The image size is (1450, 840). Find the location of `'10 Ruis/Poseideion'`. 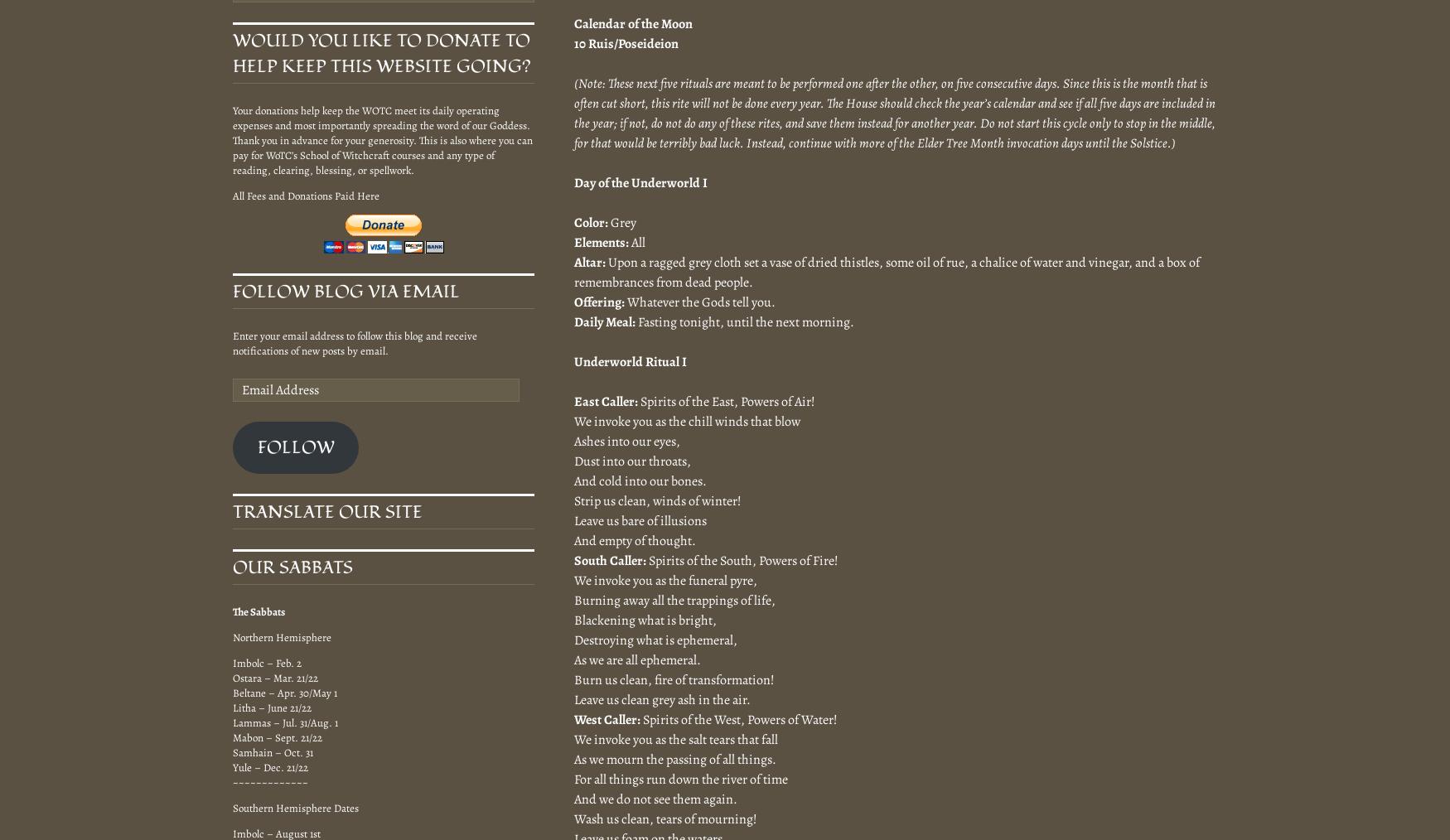

'10 Ruis/Poseideion' is located at coordinates (626, 42).